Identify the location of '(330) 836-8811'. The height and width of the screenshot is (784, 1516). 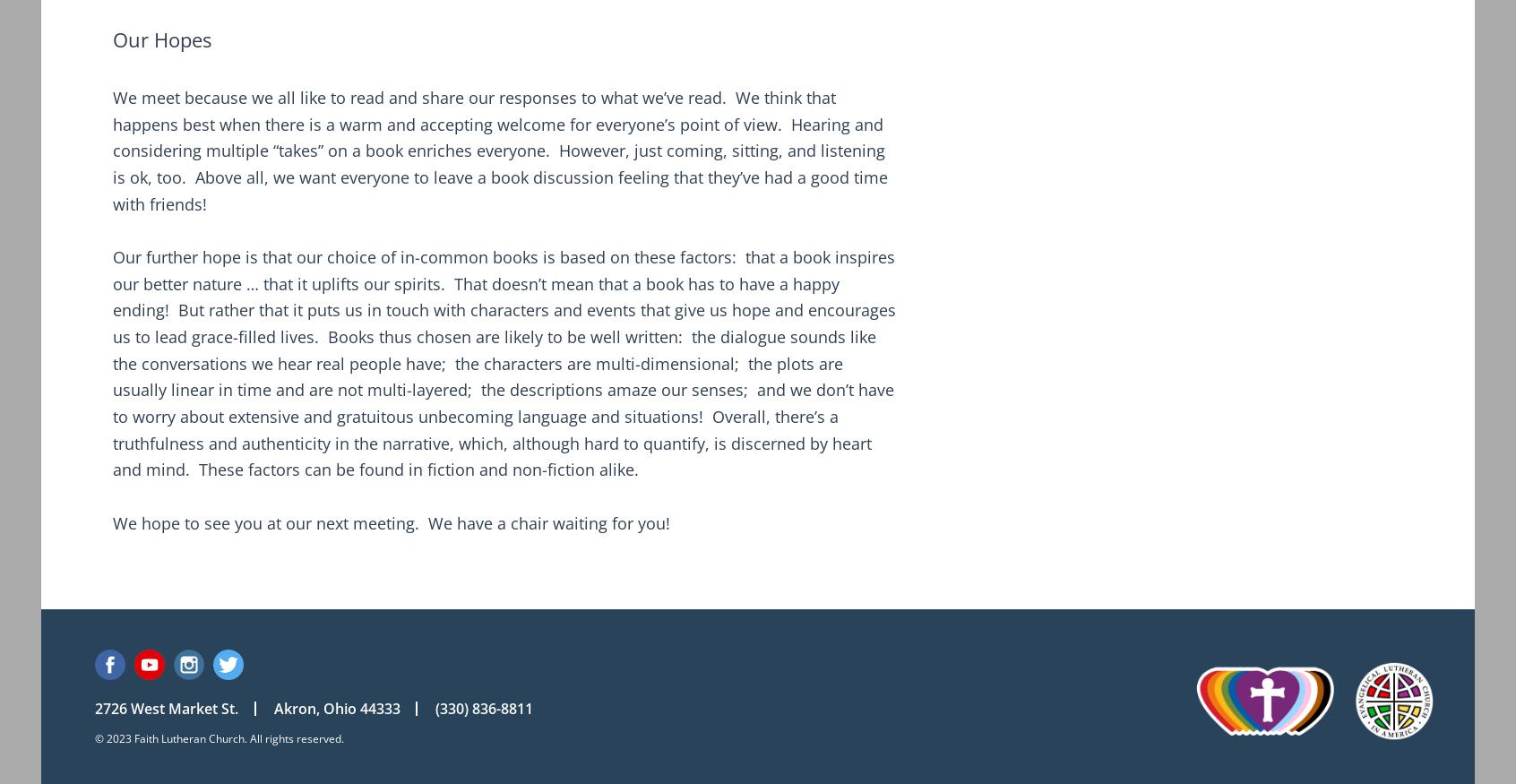
(484, 707).